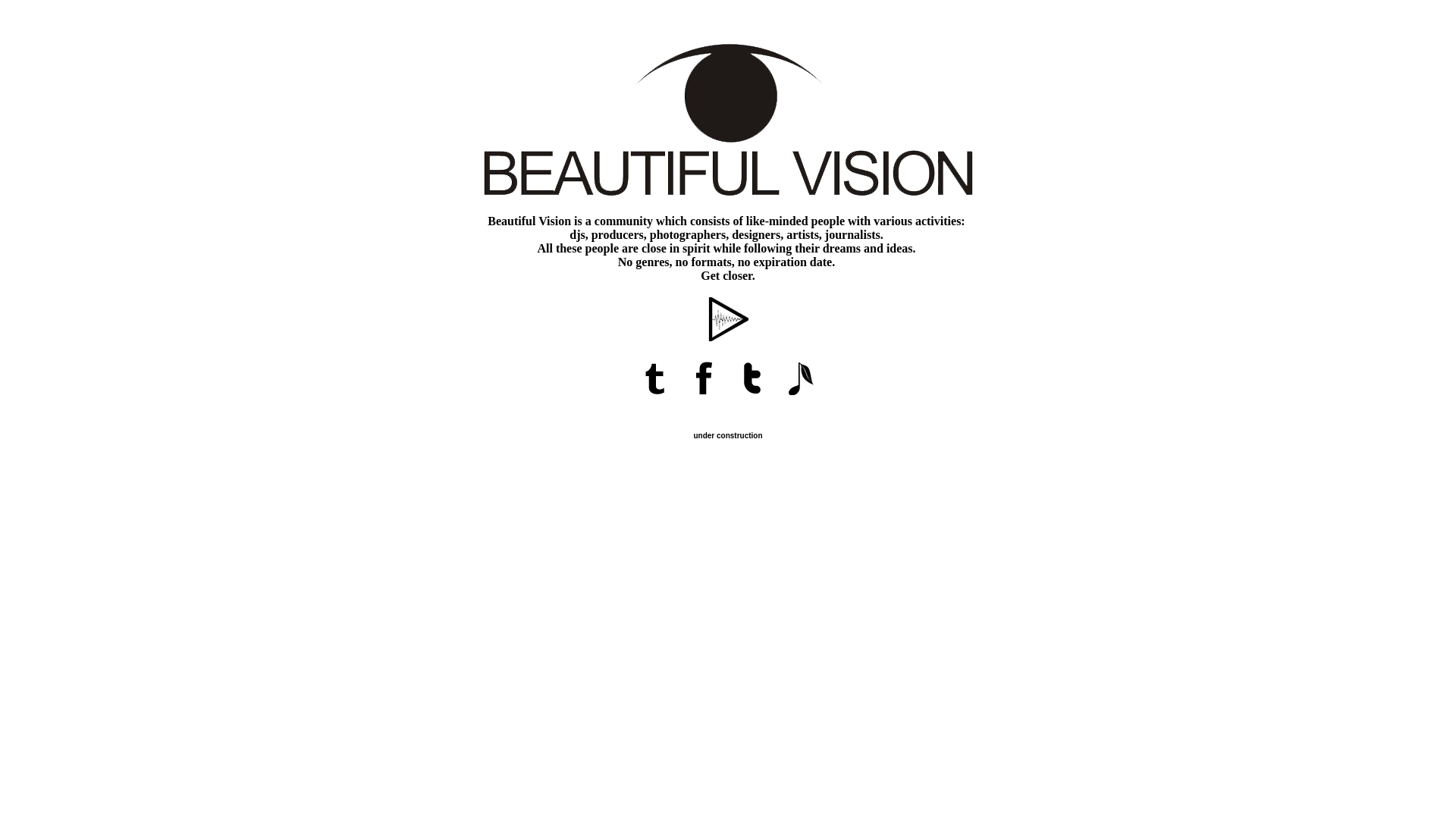 Image resolution: width=1456 pixels, height=819 pixels. Describe the element at coordinates (752, 396) in the screenshot. I see `'Beautiful Vision on Twitter'` at that location.